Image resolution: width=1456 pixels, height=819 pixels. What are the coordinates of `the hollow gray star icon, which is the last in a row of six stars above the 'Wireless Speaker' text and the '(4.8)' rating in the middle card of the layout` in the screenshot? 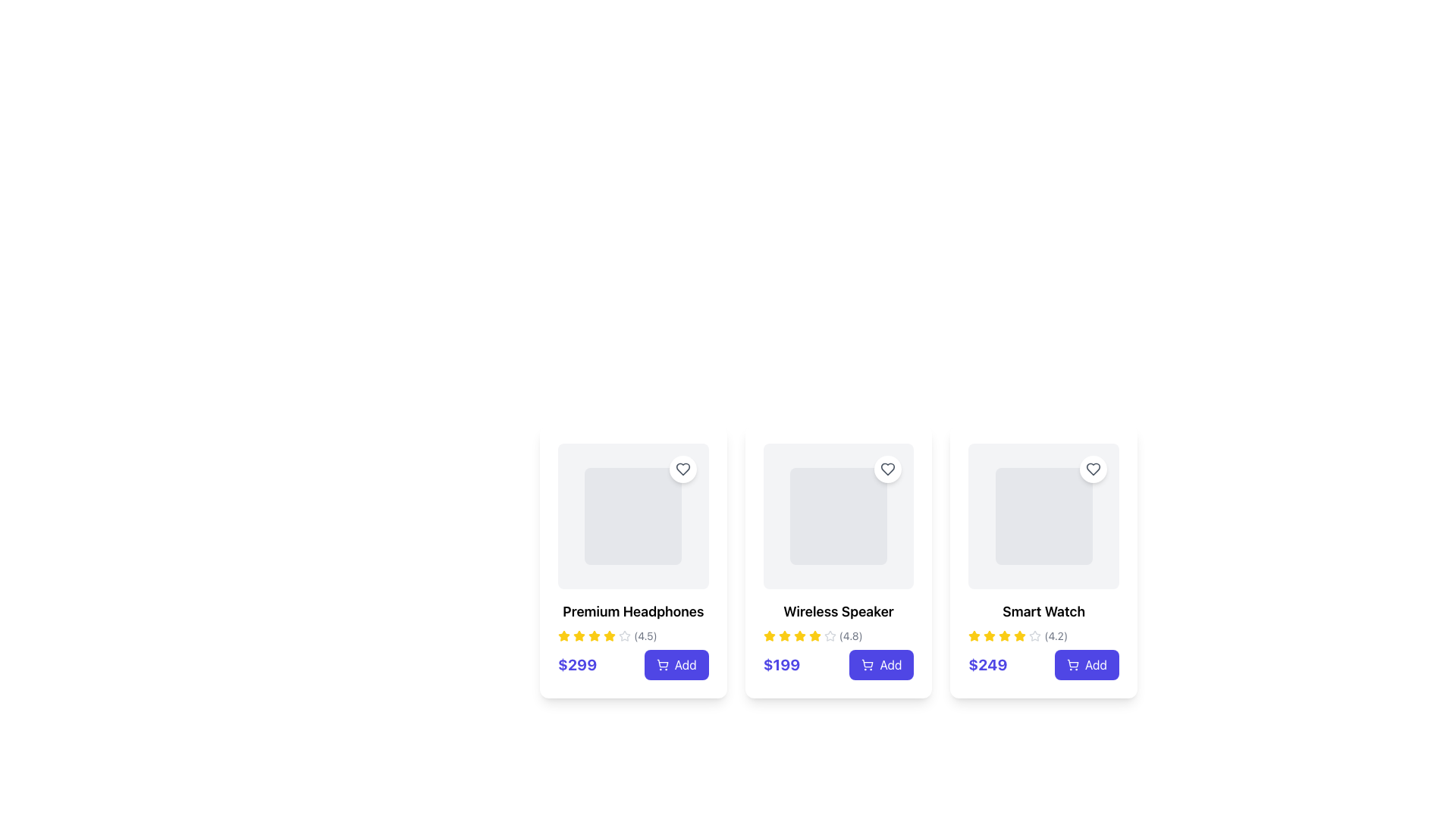 It's located at (829, 636).